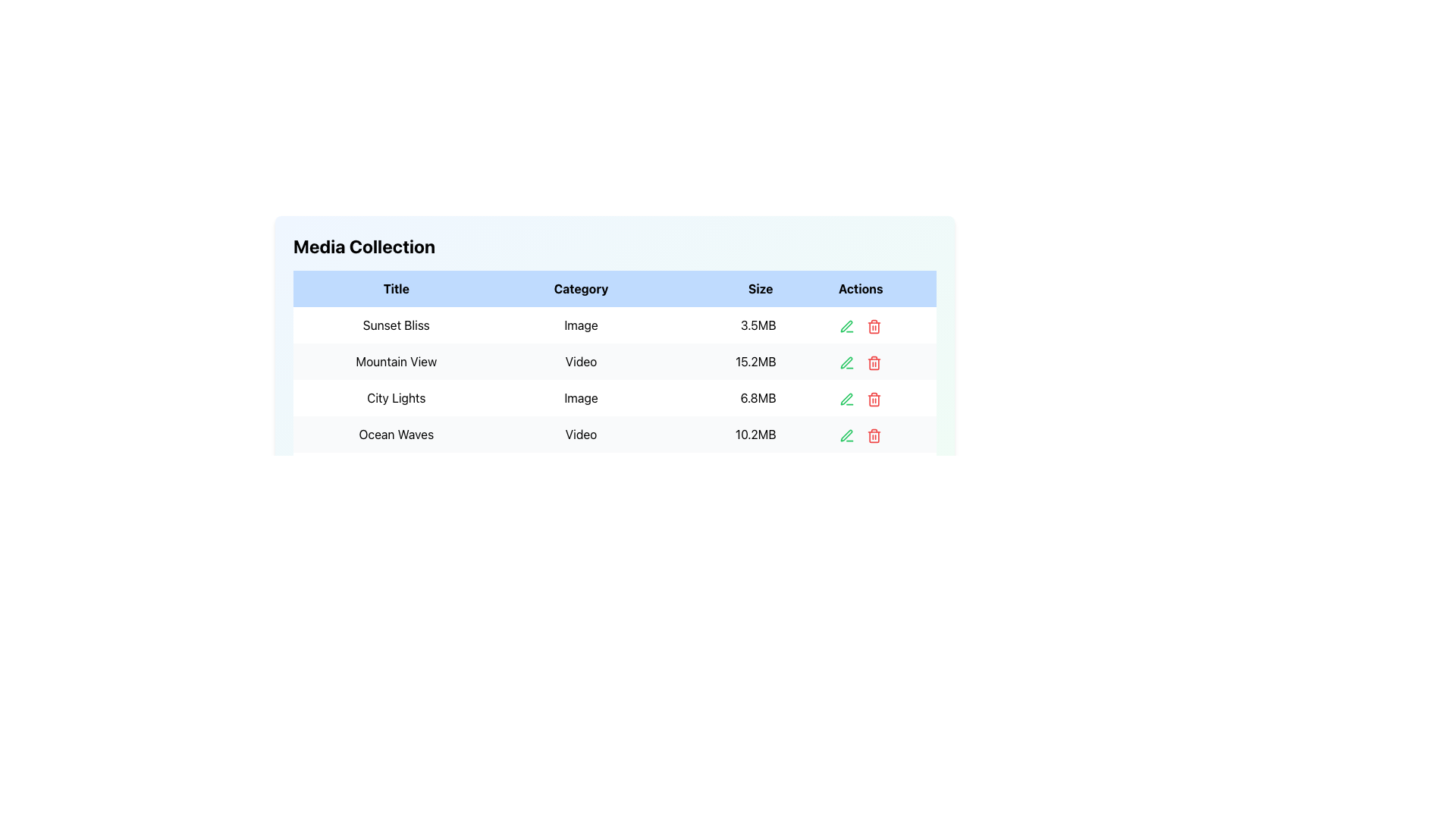 This screenshot has height=819, width=1456. I want to click on the pen icon located in the 'Actions' column of the data table, corresponding to the 'Ocean Waves' entry, to initiate editing, so click(846, 435).